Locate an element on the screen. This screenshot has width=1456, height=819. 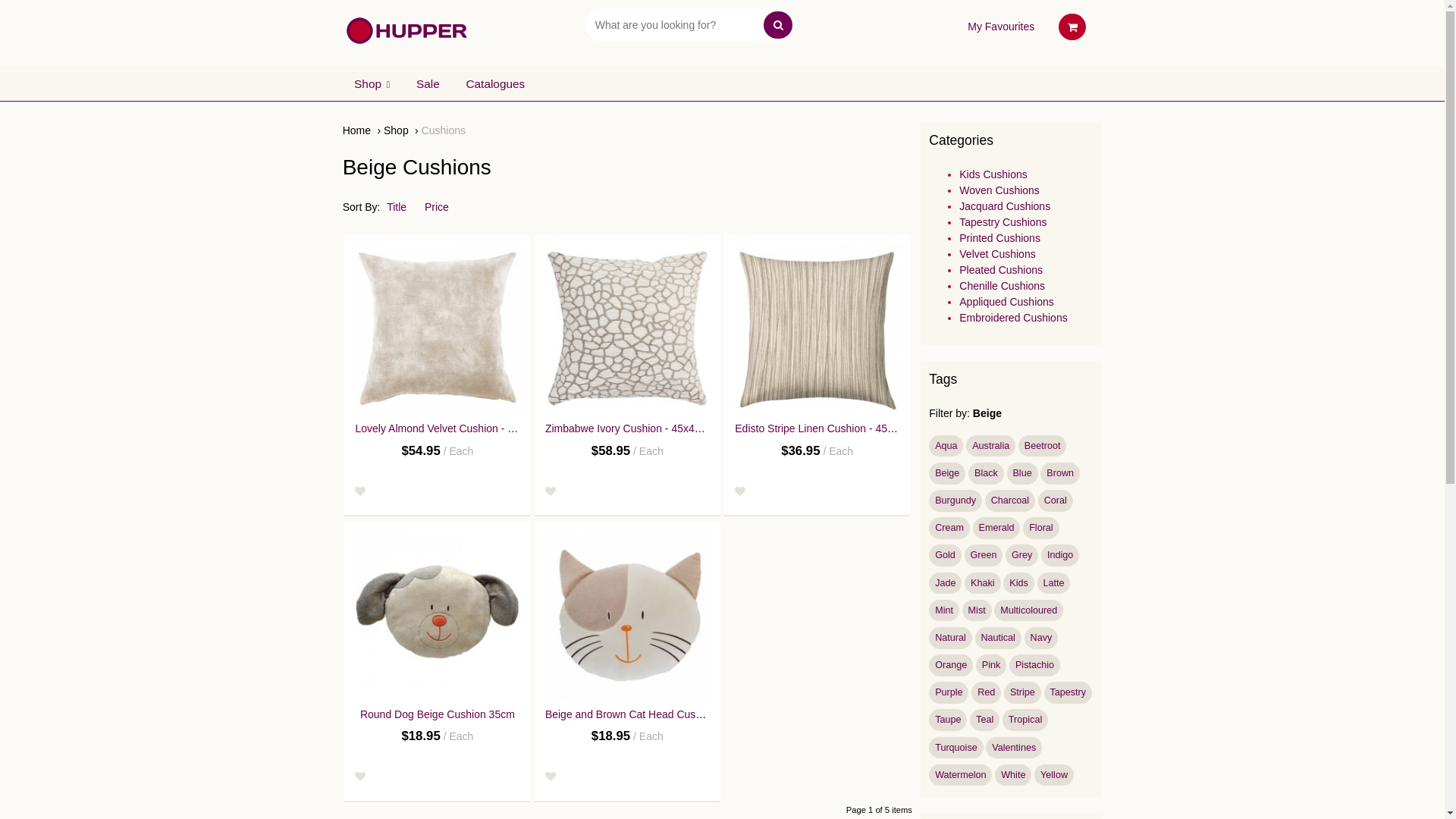
'Pleated Cushions' is located at coordinates (1001, 268).